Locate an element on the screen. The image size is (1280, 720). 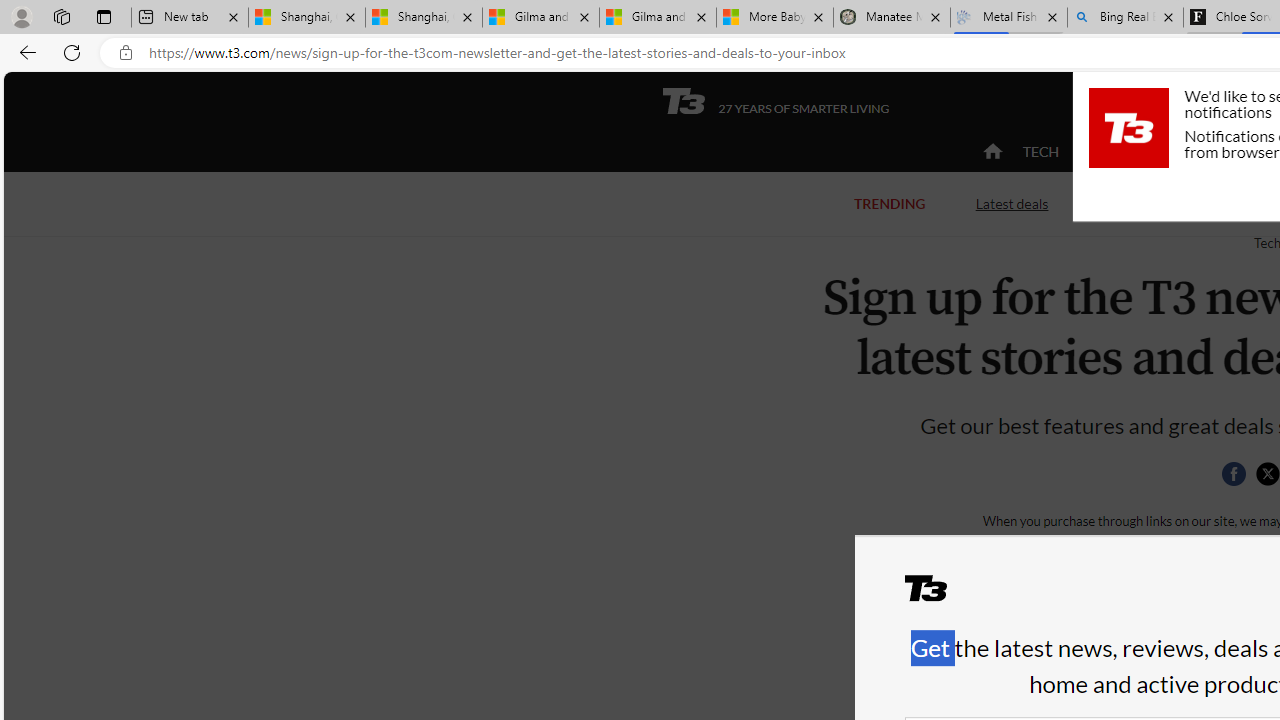
'T3' is located at coordinates (937, 594).